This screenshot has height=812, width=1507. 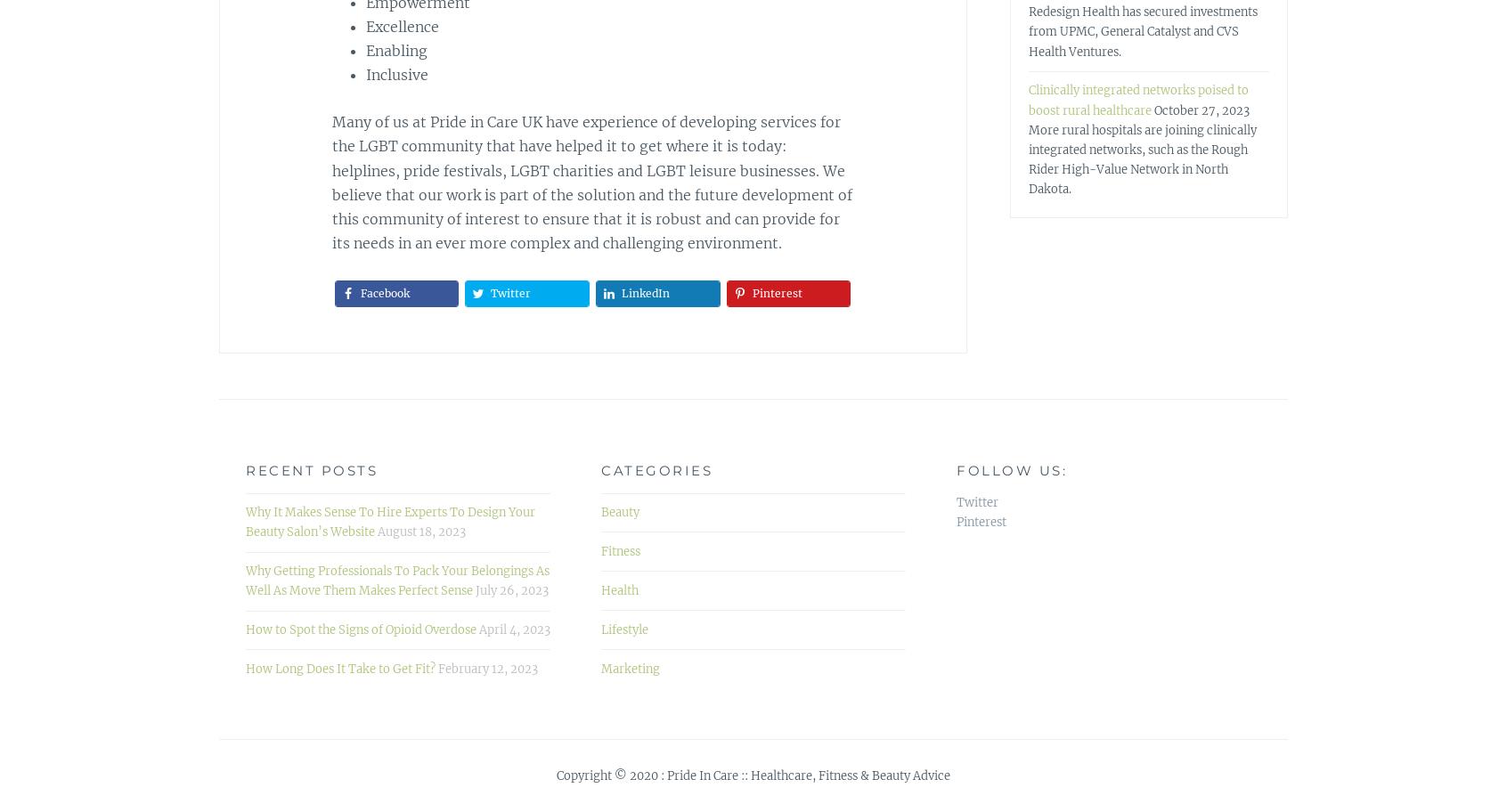 I want to click on 'Health', so click(x=619, y=589).